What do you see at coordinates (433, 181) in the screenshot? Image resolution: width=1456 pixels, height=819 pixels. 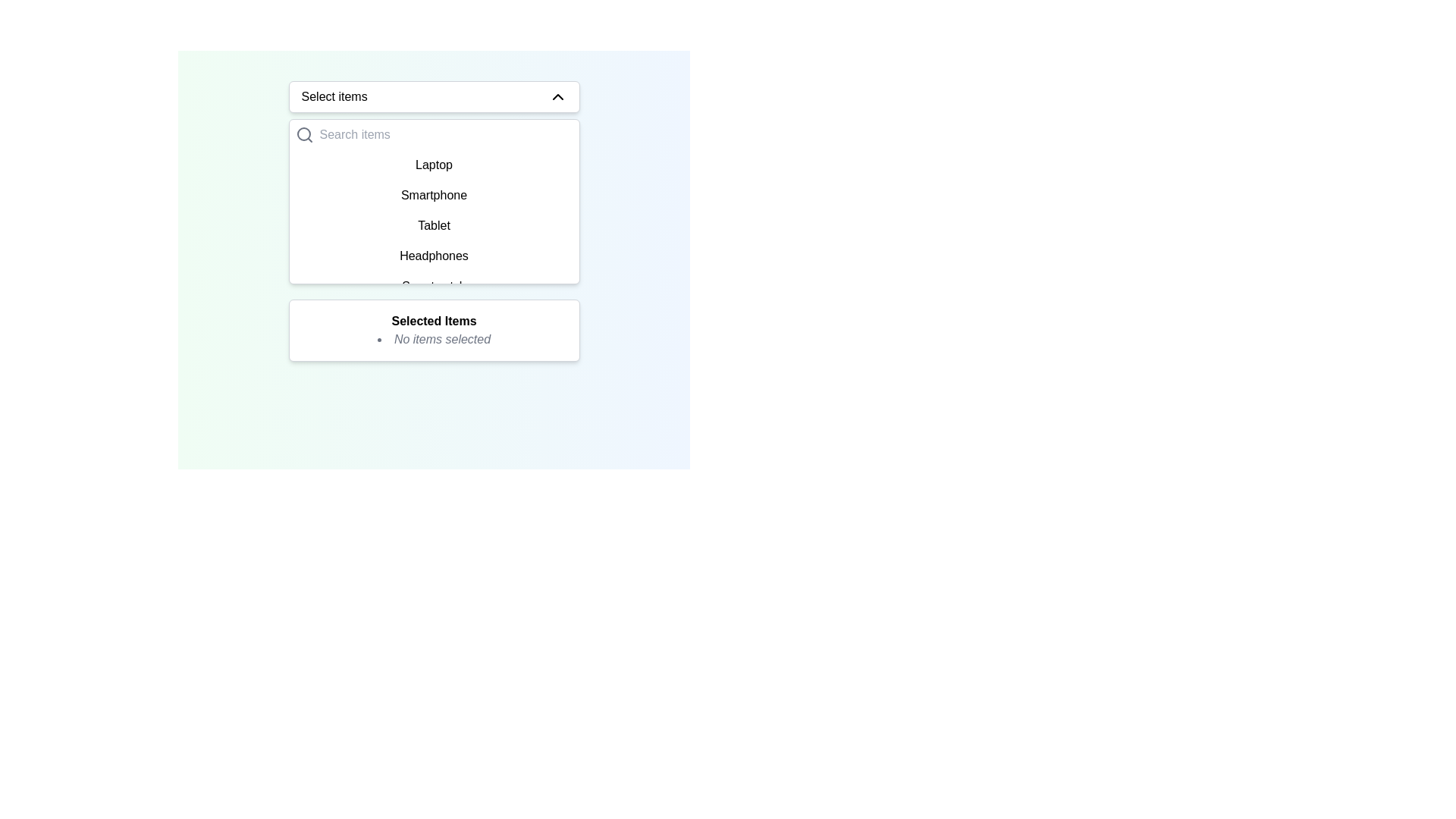 I see `the dropdown list item labeled 'Smartphone', which is the second item in the dropdown menu under the search bar 'Select items'` at bounding box center [433, 181].